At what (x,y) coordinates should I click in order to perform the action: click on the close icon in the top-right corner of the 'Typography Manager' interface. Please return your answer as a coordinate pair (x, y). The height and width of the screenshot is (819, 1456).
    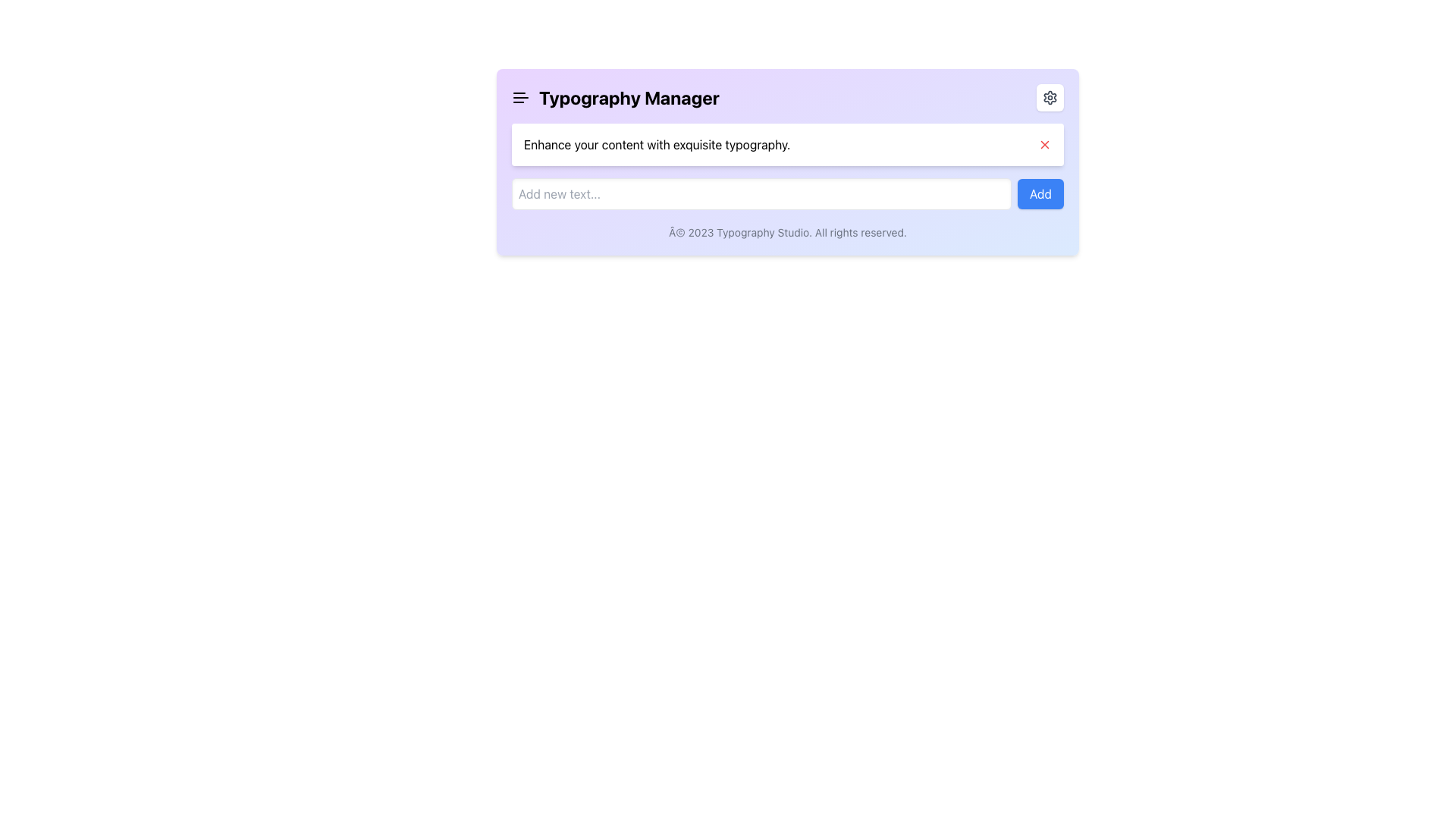
    Looking at the image, I should click on (1043, 145).